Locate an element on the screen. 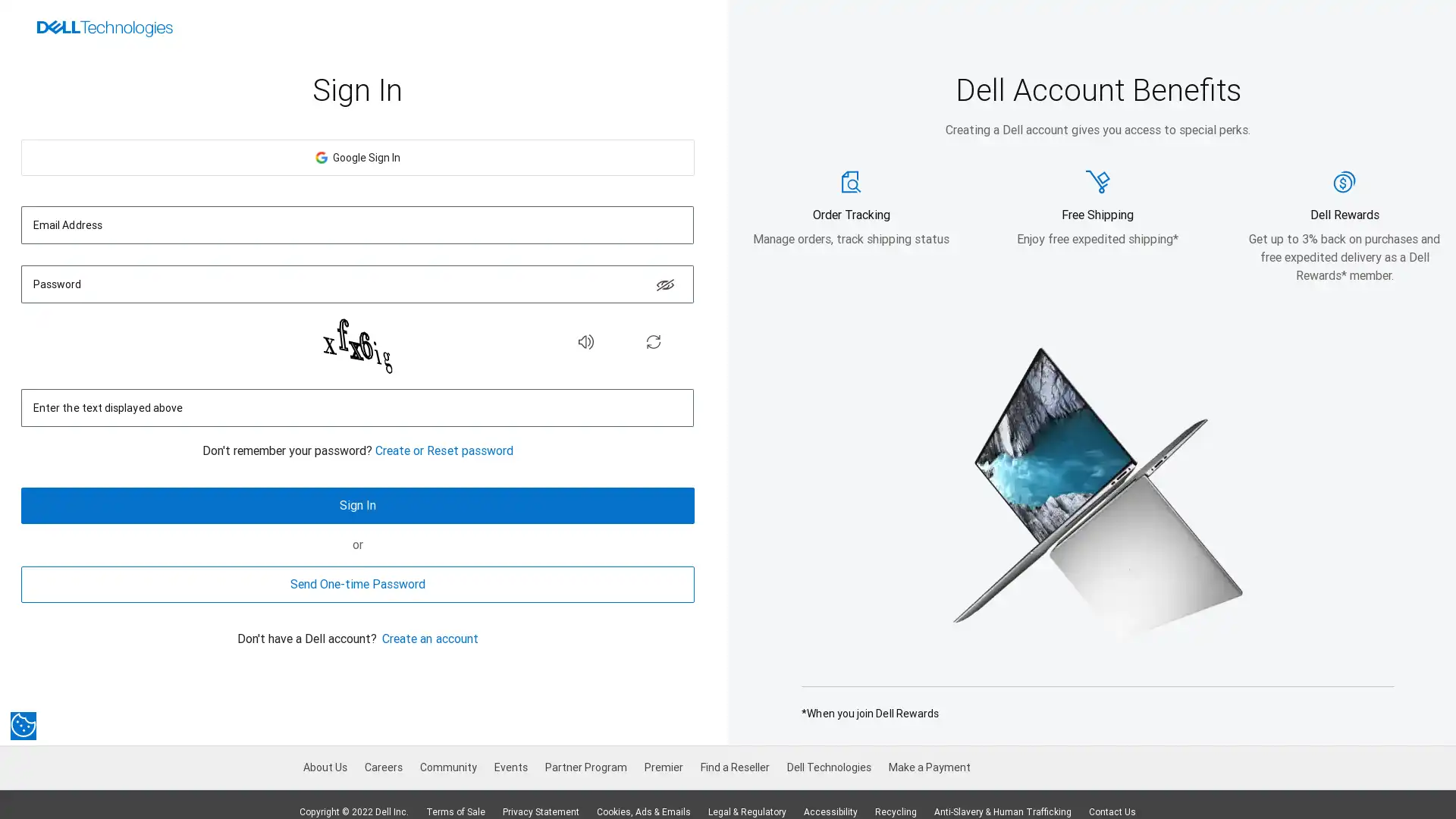 Image resolution: width=1456 pixels, height=819 pixels. captchaAudioIcon_6367f6ca-64b7-46ff-b7e6-fa4b71907169 is located at coordinates (585, 341).